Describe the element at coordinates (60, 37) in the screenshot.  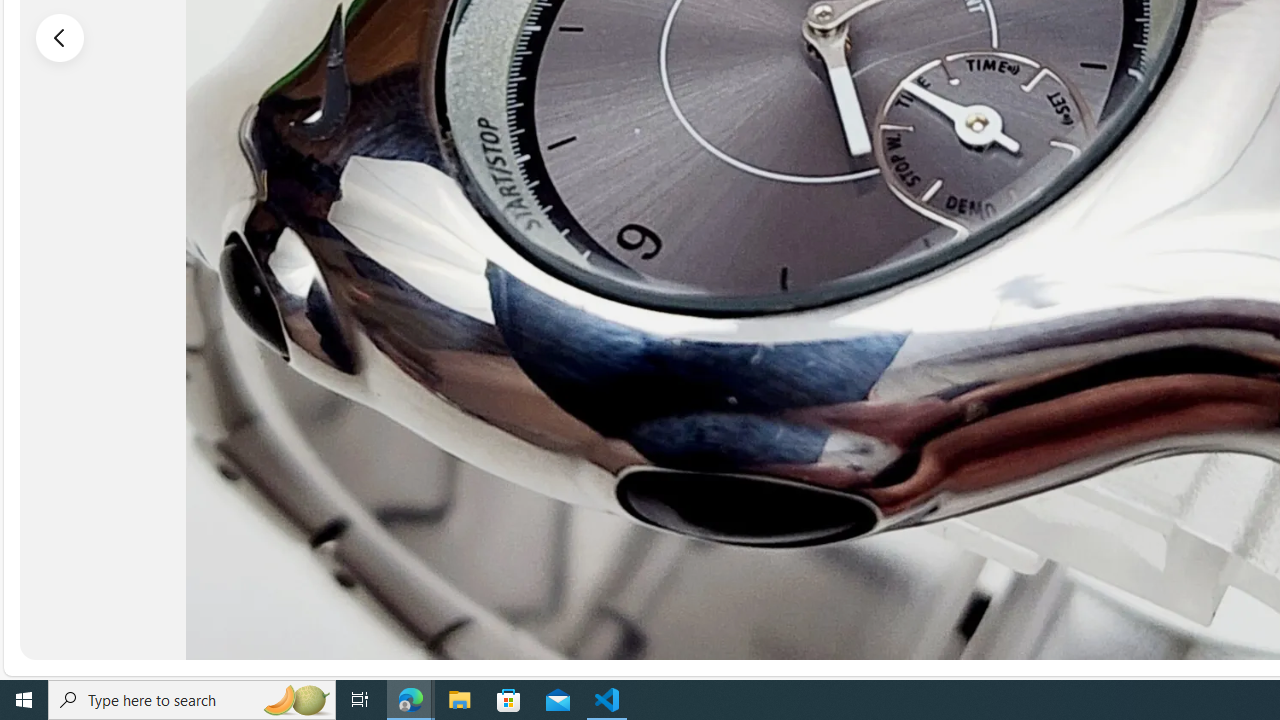
I see `'Previous image - Item images thumbnails'` at that location.